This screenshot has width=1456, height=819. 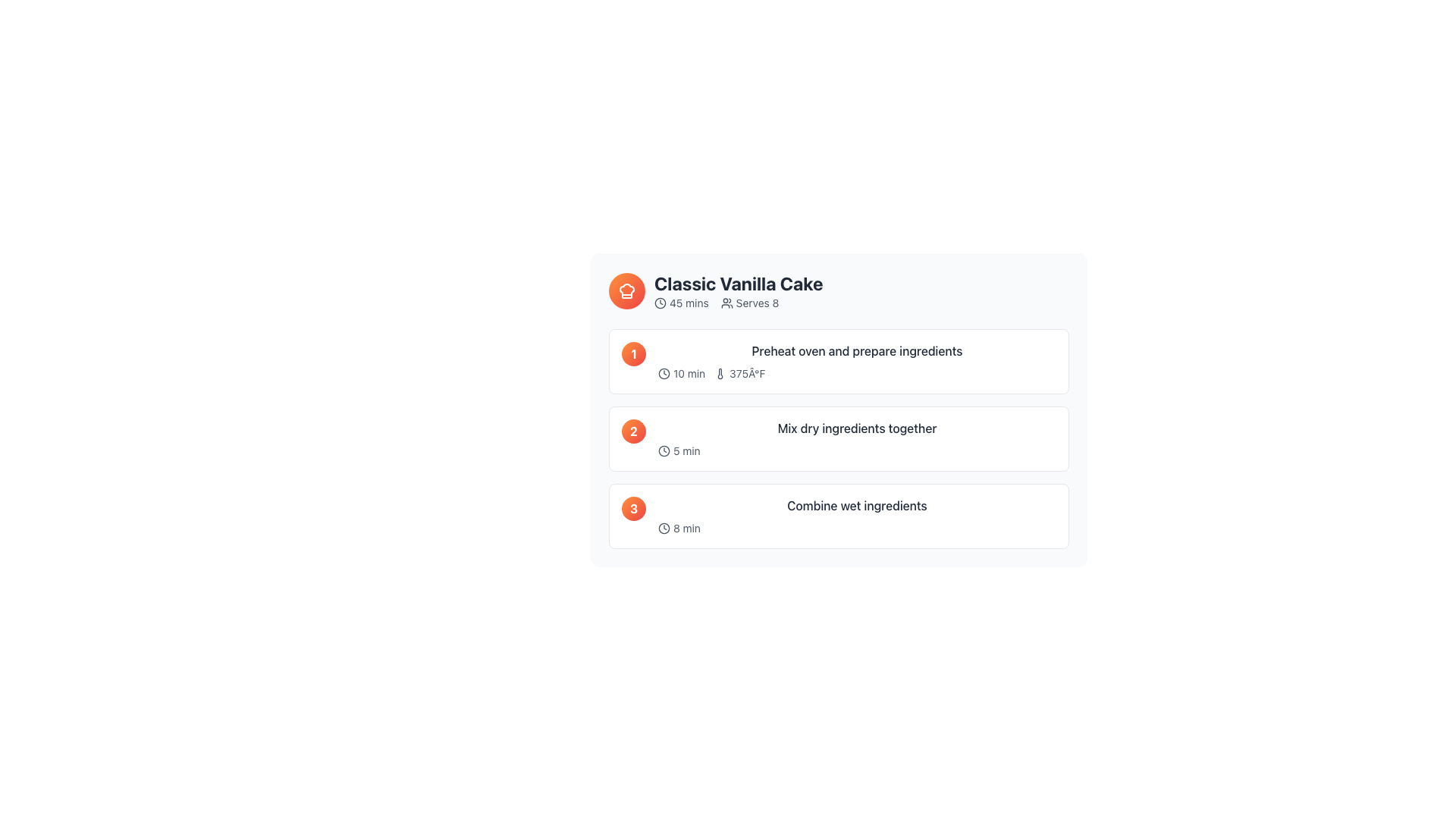 I want to click on the temperature icon that visually indicates the temperature in the recipe interface, associated with the 'Preheat oven and prepare ingredients' step, so click(x=720, y=374).